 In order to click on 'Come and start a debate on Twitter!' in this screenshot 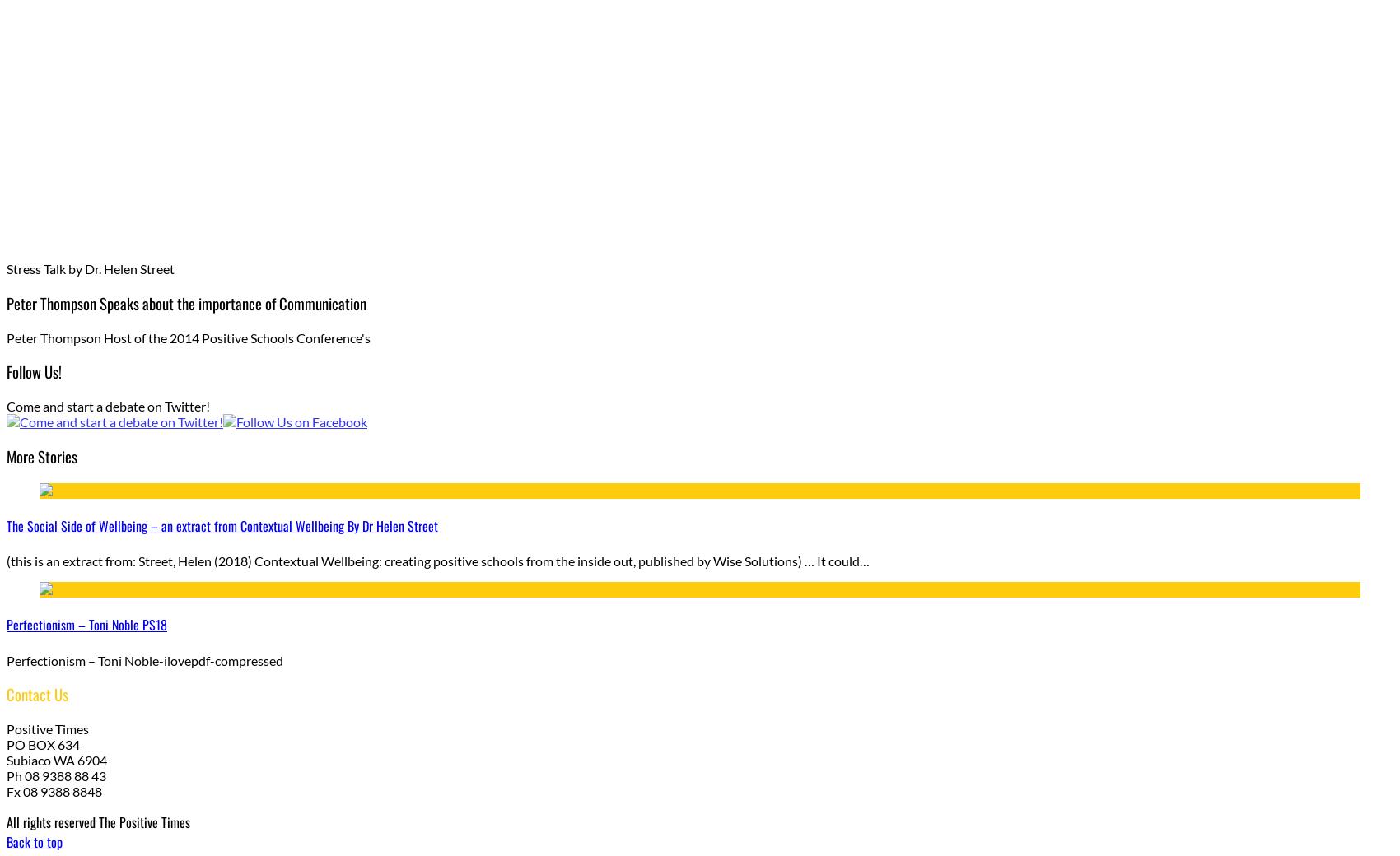, I will do `click(107, 406)`.